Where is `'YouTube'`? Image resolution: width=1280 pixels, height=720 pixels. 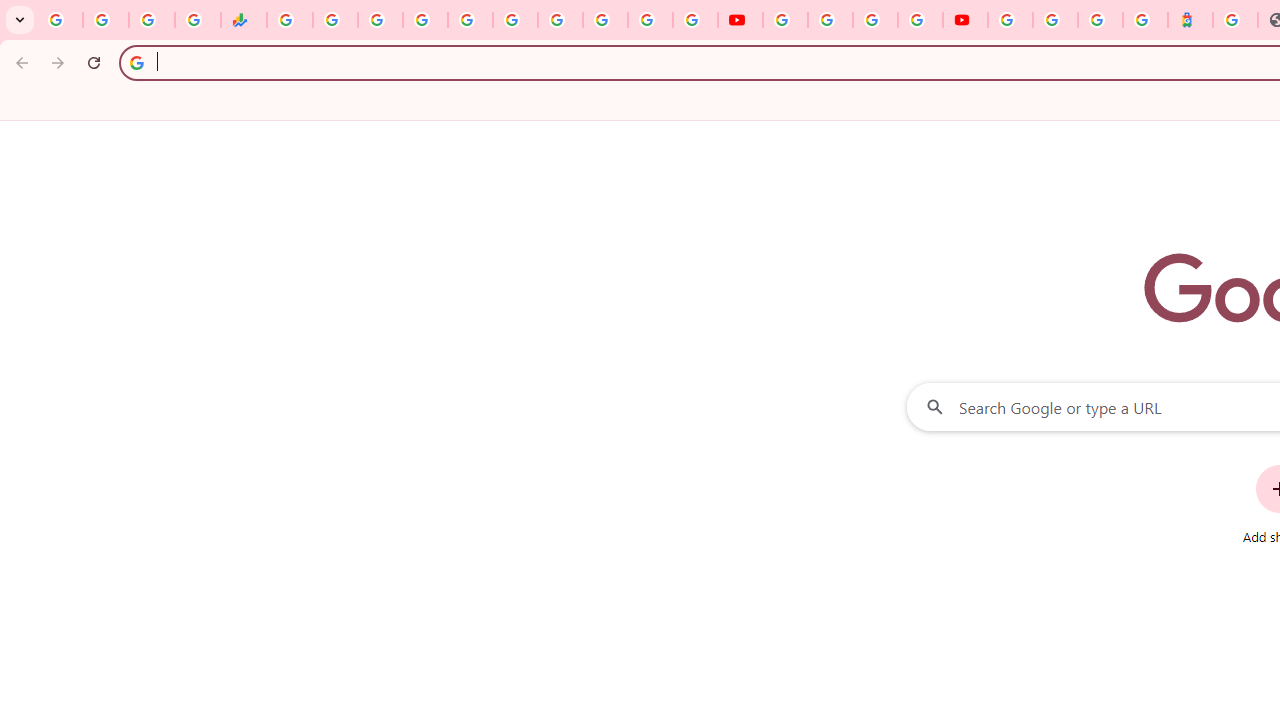 'YouTube' is located at coordinates (784, 20).